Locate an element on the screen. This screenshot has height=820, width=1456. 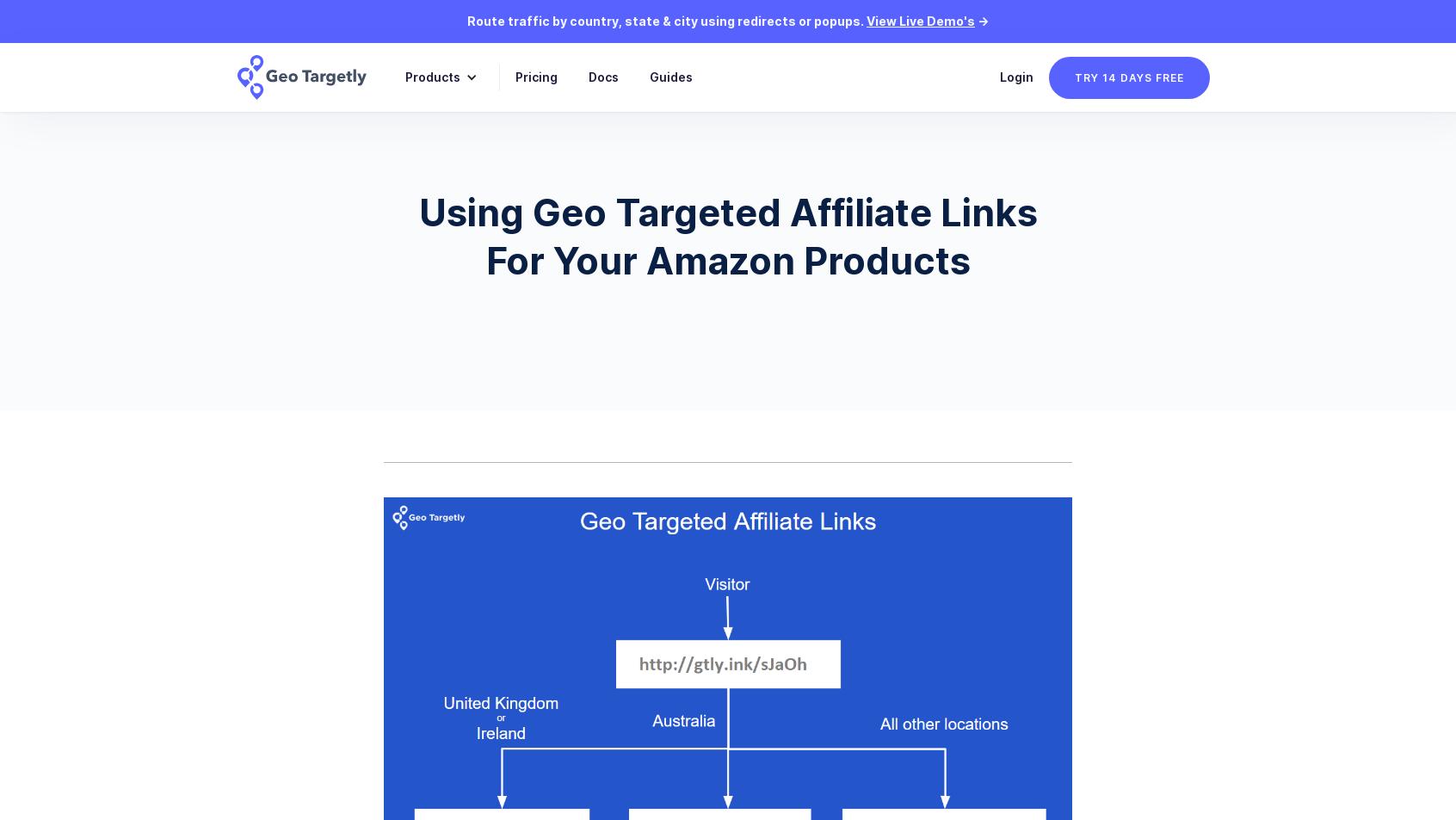
'For Your Amazon Products' is located at coordinates (727, 259).